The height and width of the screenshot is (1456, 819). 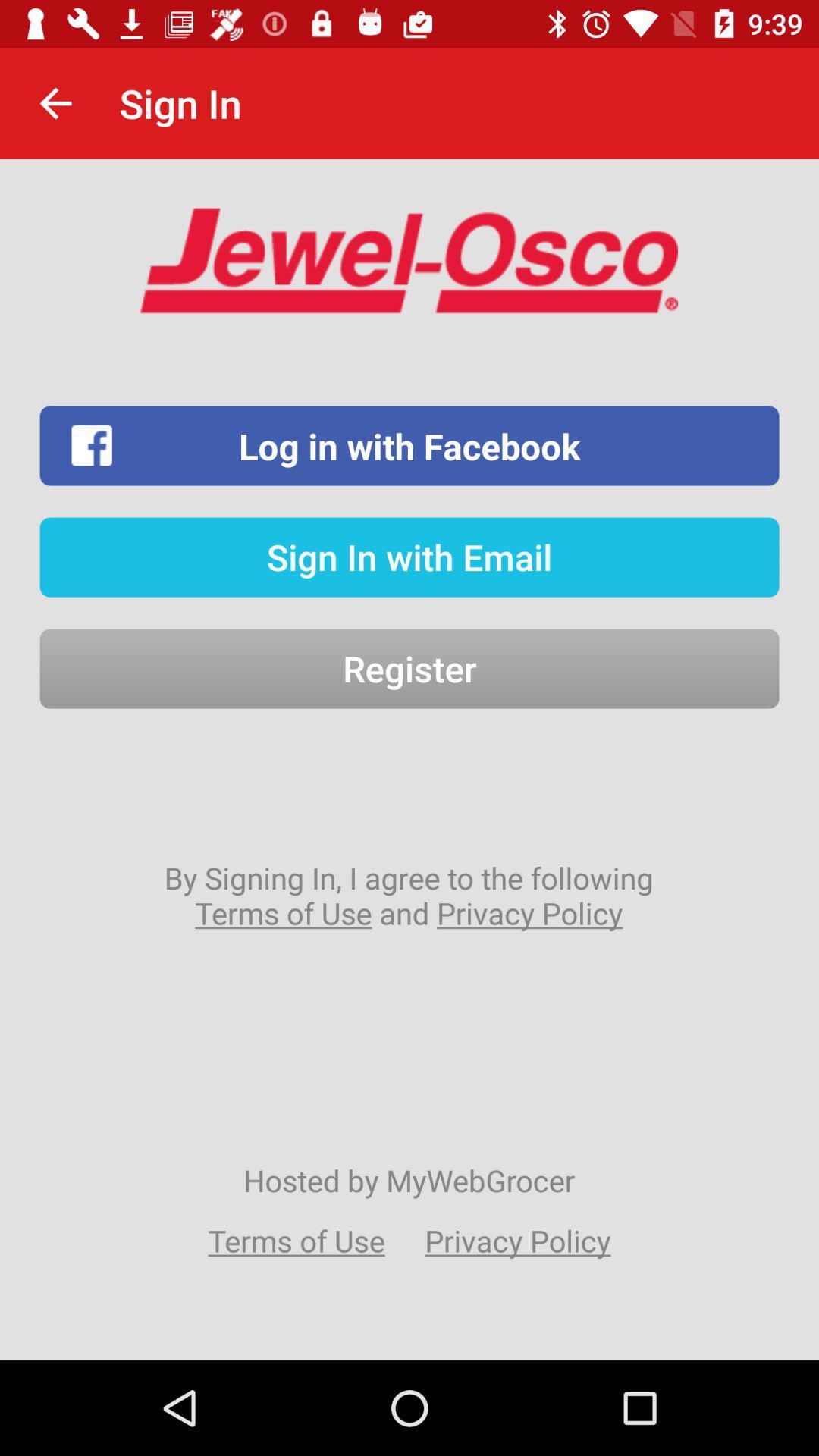 I want to click on register, so click(x=409, y=668).